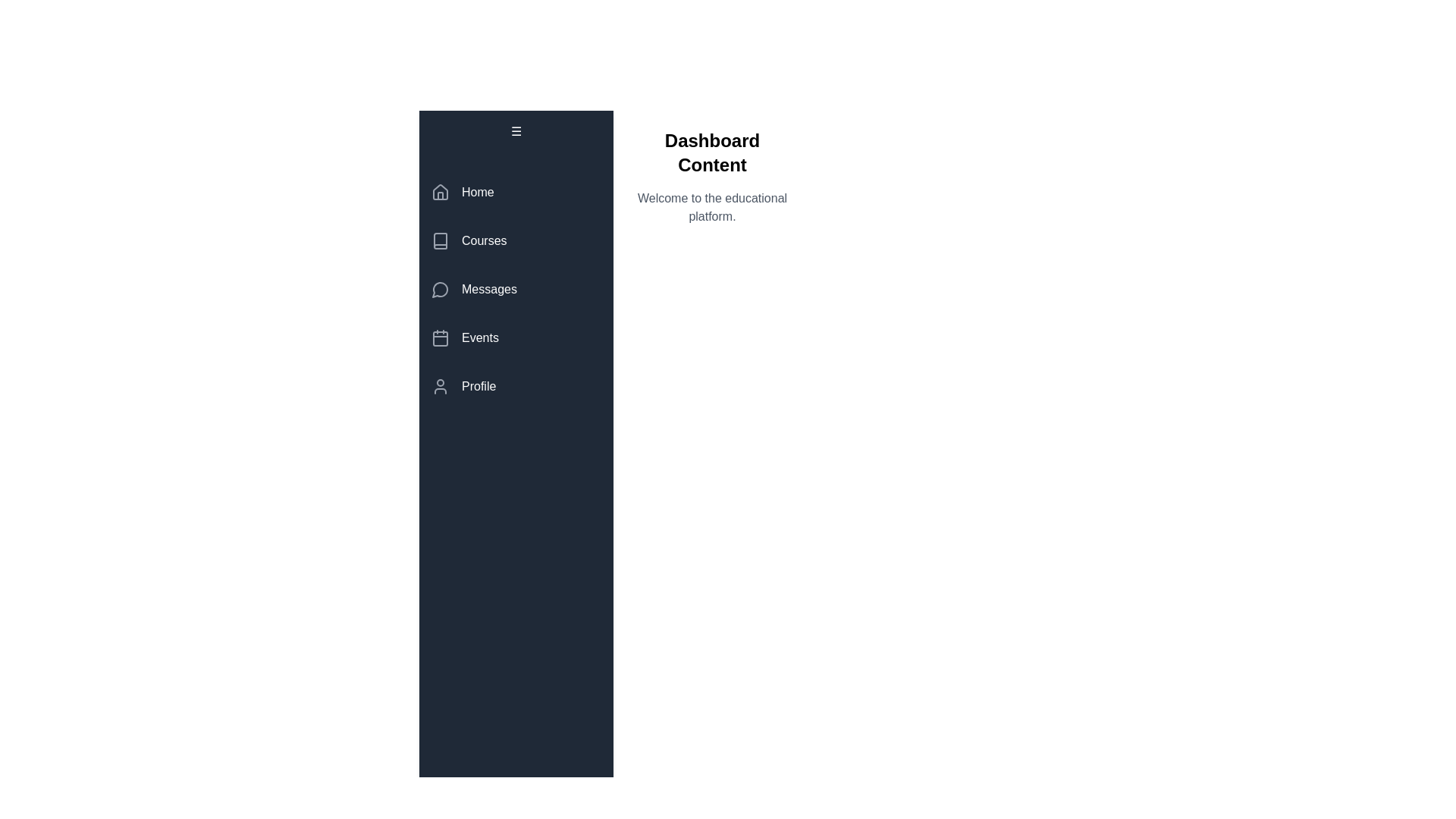 The width and height of the screenshot is (1456, 819). What do you see at coordinates (516, 289) in the screenshot?
I see `the menu item labeled Messages to observe visual feedback` at bounding box center [516, 289].